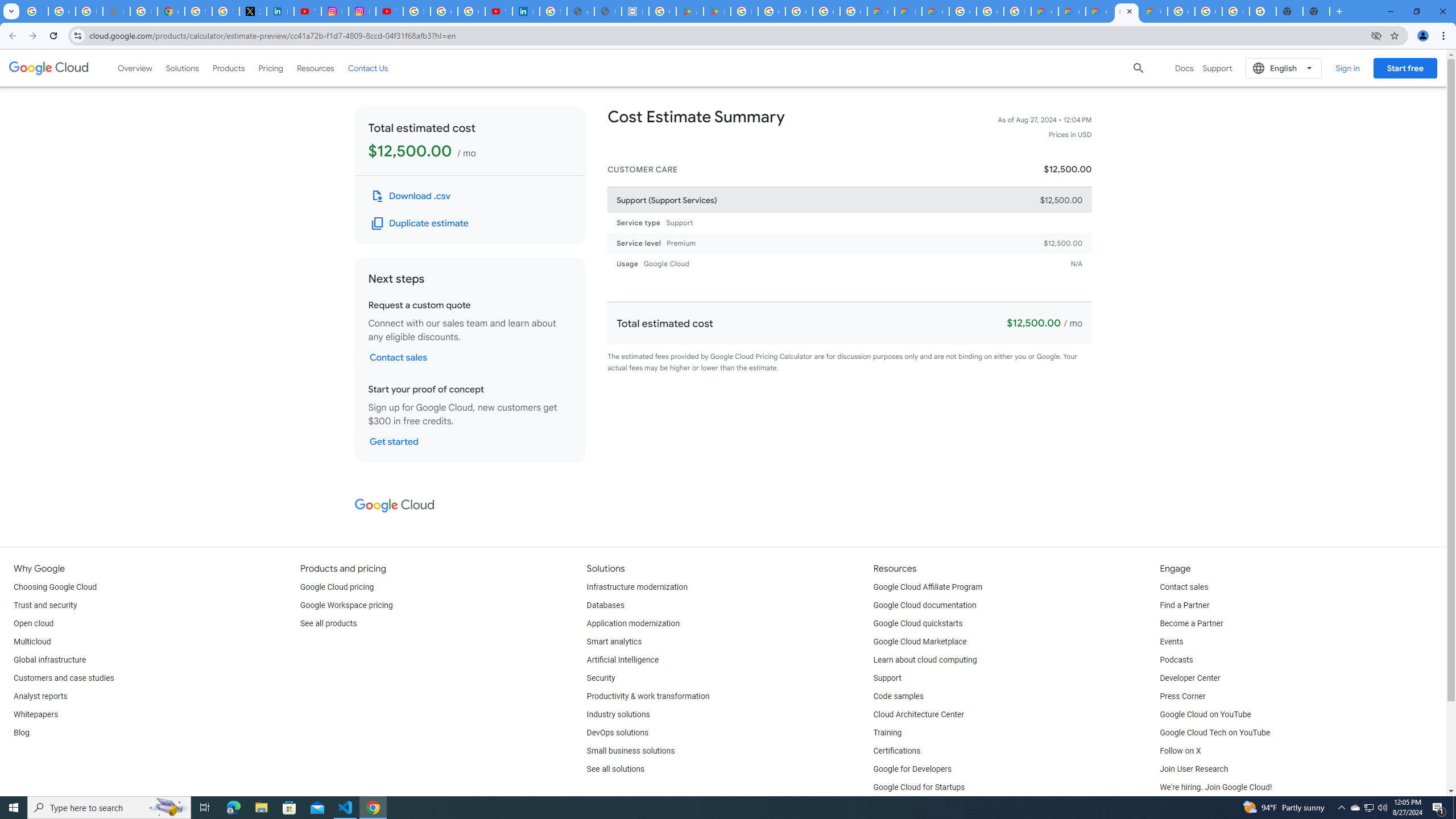 Image resolution: width=1456 pixels, height=819 pixels. Describe the element at coordinates (44, 605) in the screenshot. I see `'Trust and security'` at that location.